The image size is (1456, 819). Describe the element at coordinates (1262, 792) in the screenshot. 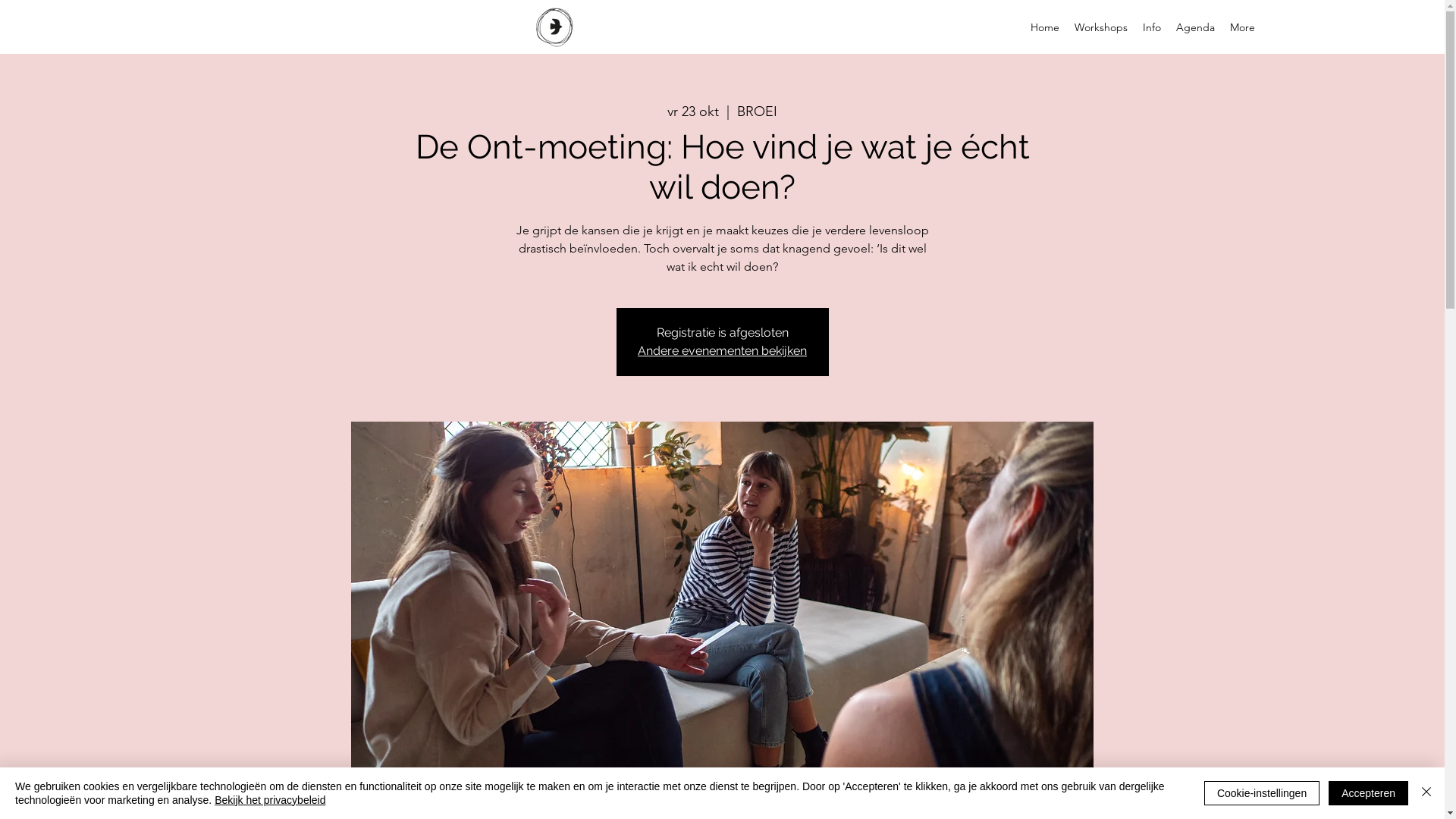

I see `'Cookie-instellingen'` at that location.